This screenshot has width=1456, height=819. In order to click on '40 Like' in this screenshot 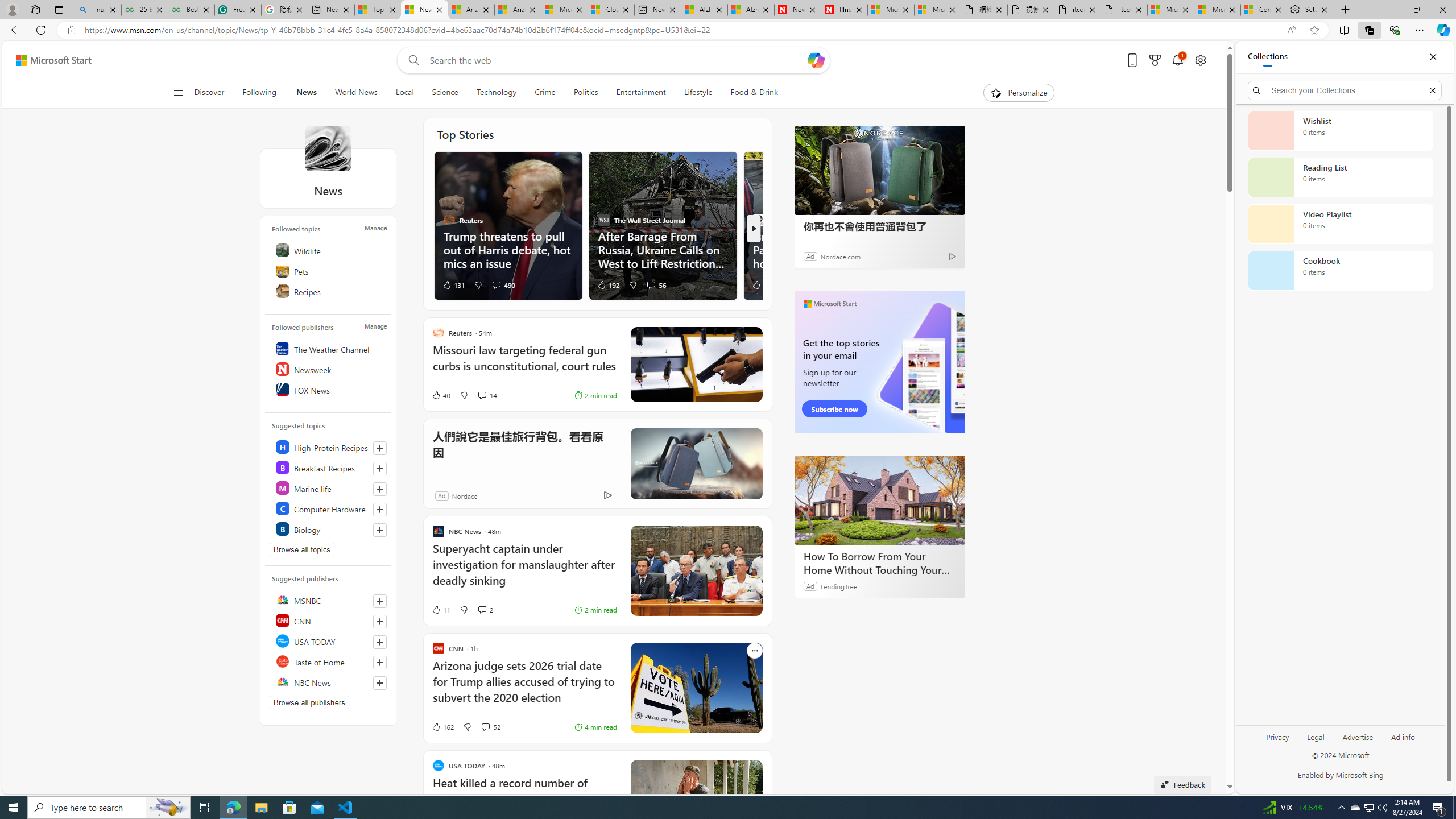, I will do `click(440, 394)`.